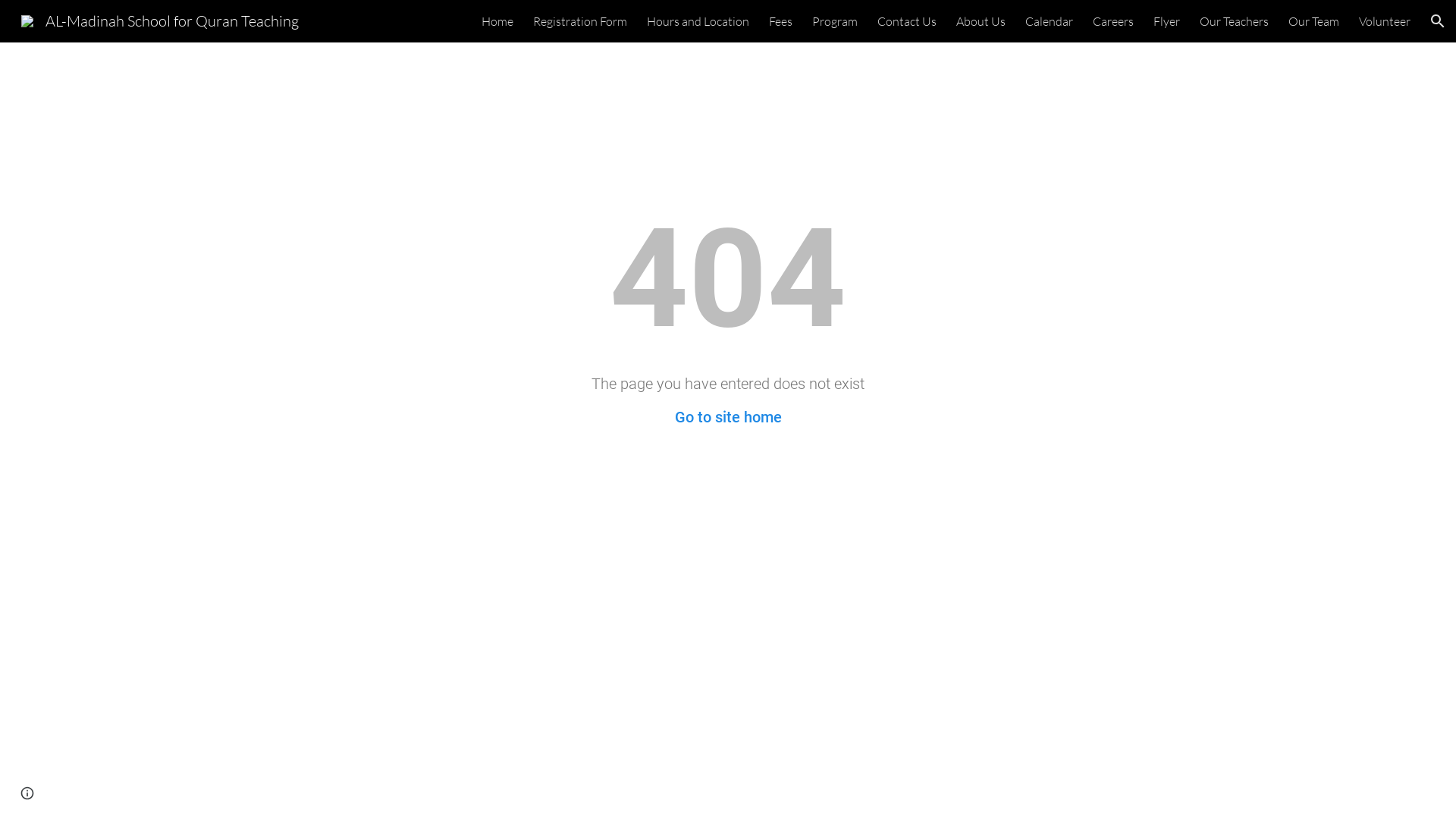  I want to click on 'Contact Us', so click(906, 20).